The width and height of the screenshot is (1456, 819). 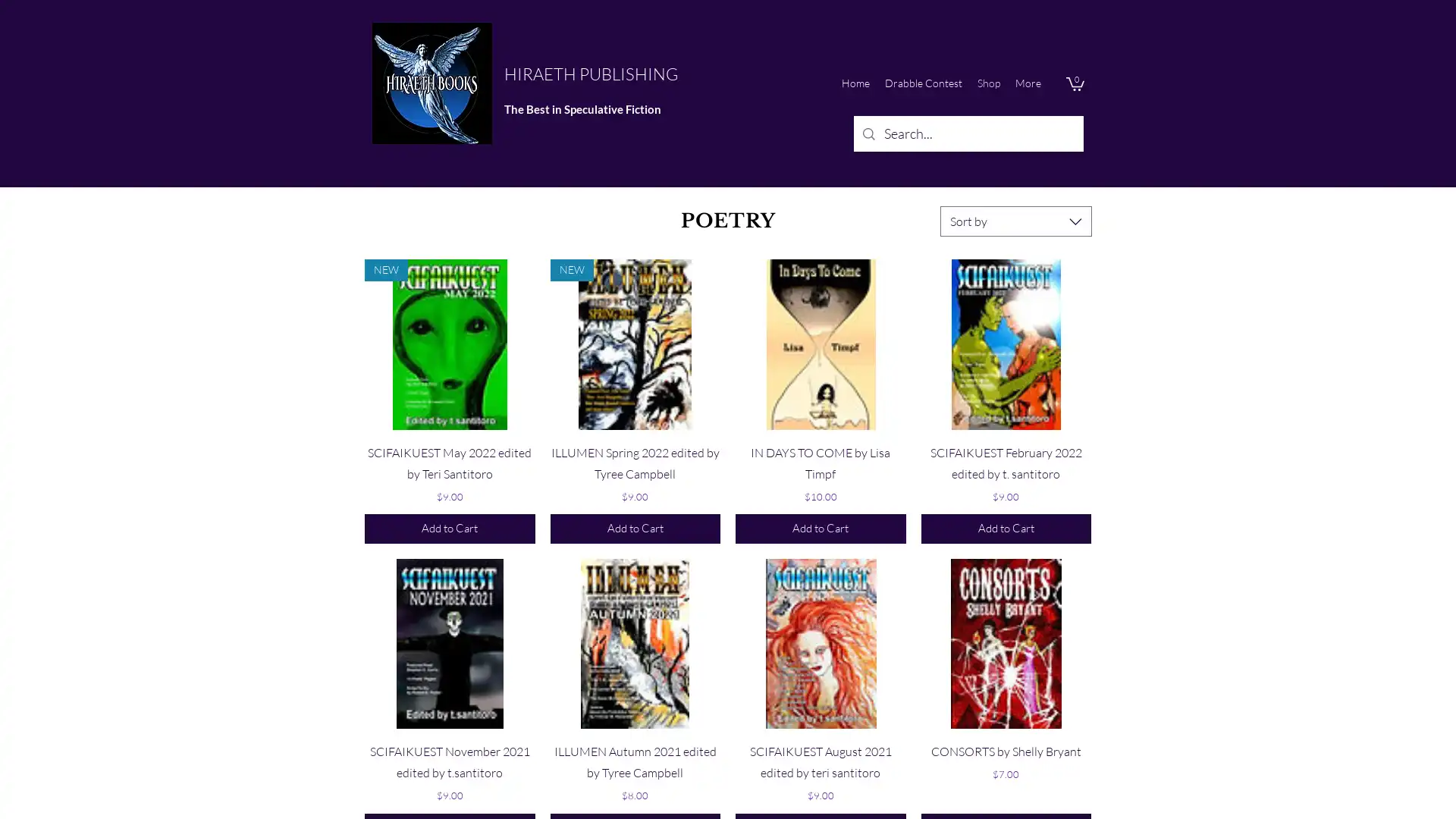 What do you see at coordinates (1074, 83) in the screenshot?
I see `Cart with 0 items` at bounding box center [1074, 83].